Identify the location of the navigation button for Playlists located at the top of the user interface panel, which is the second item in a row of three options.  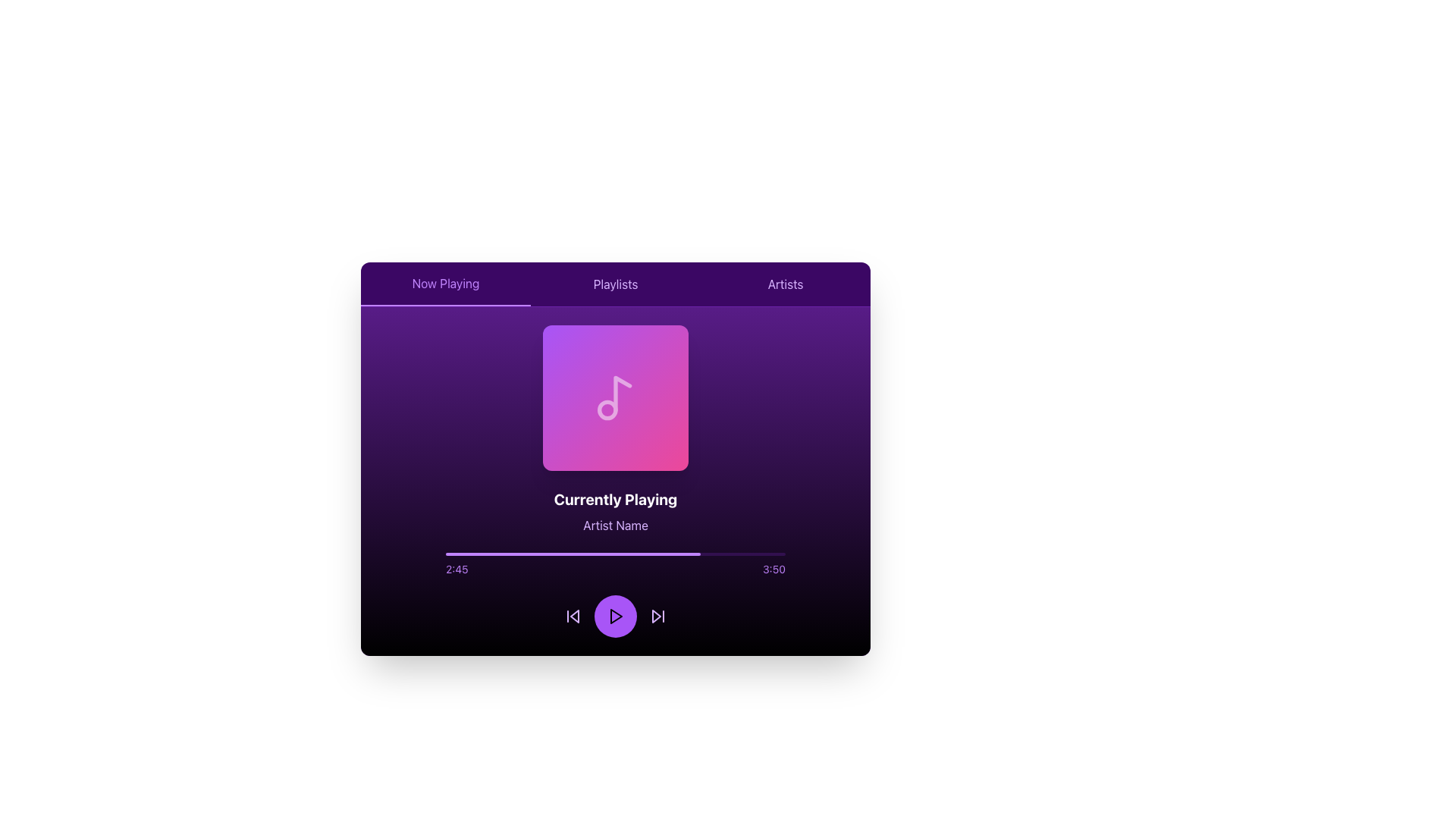
(615, 284).